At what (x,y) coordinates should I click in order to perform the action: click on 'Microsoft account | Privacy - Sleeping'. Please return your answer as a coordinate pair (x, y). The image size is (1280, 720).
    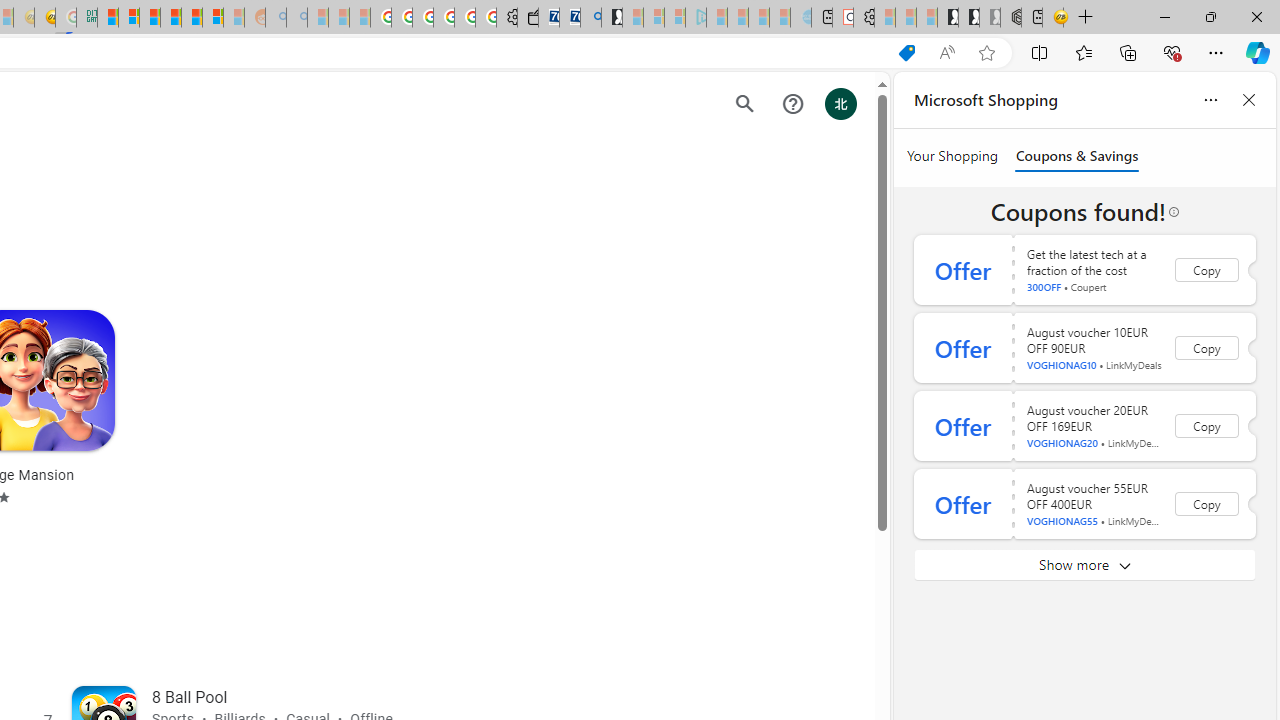
    Looking at the image, I should click on (674, 17).